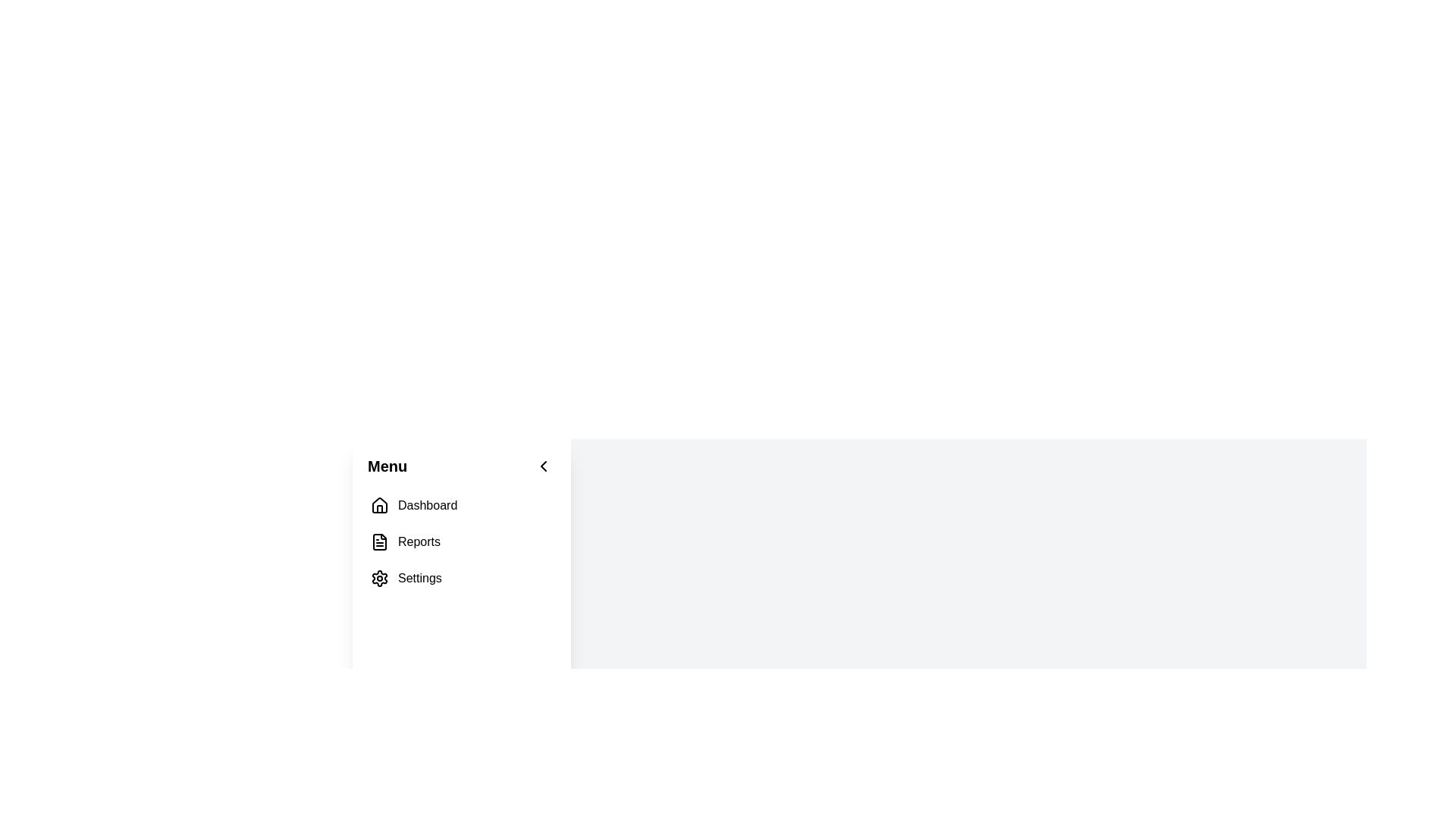 The height and width of the screenshot is (819, 1456). What do you see at coordinates (419, 541) in the screenshot?
I see `the 'Reports' text label in the vertical menu on the left-hand side` at bounding box center [419, 541].